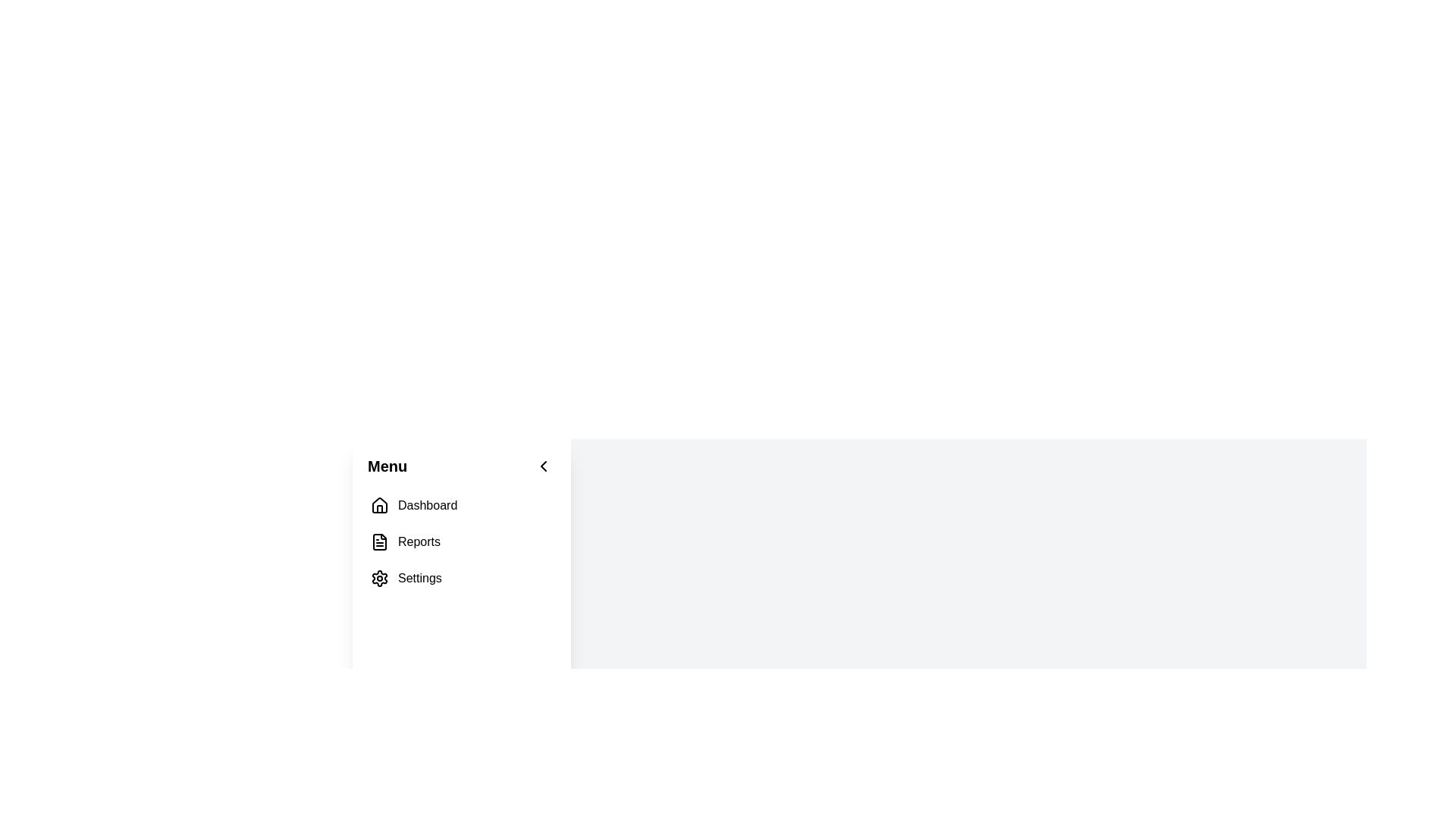 The height and width of the screenshot is (819, 1456). What do you see at coordinates (419, 541) in the screenshot?
I see `the 'Reports' text label in the vertical menu on the left-hand side` at bounding box center [419, 541].